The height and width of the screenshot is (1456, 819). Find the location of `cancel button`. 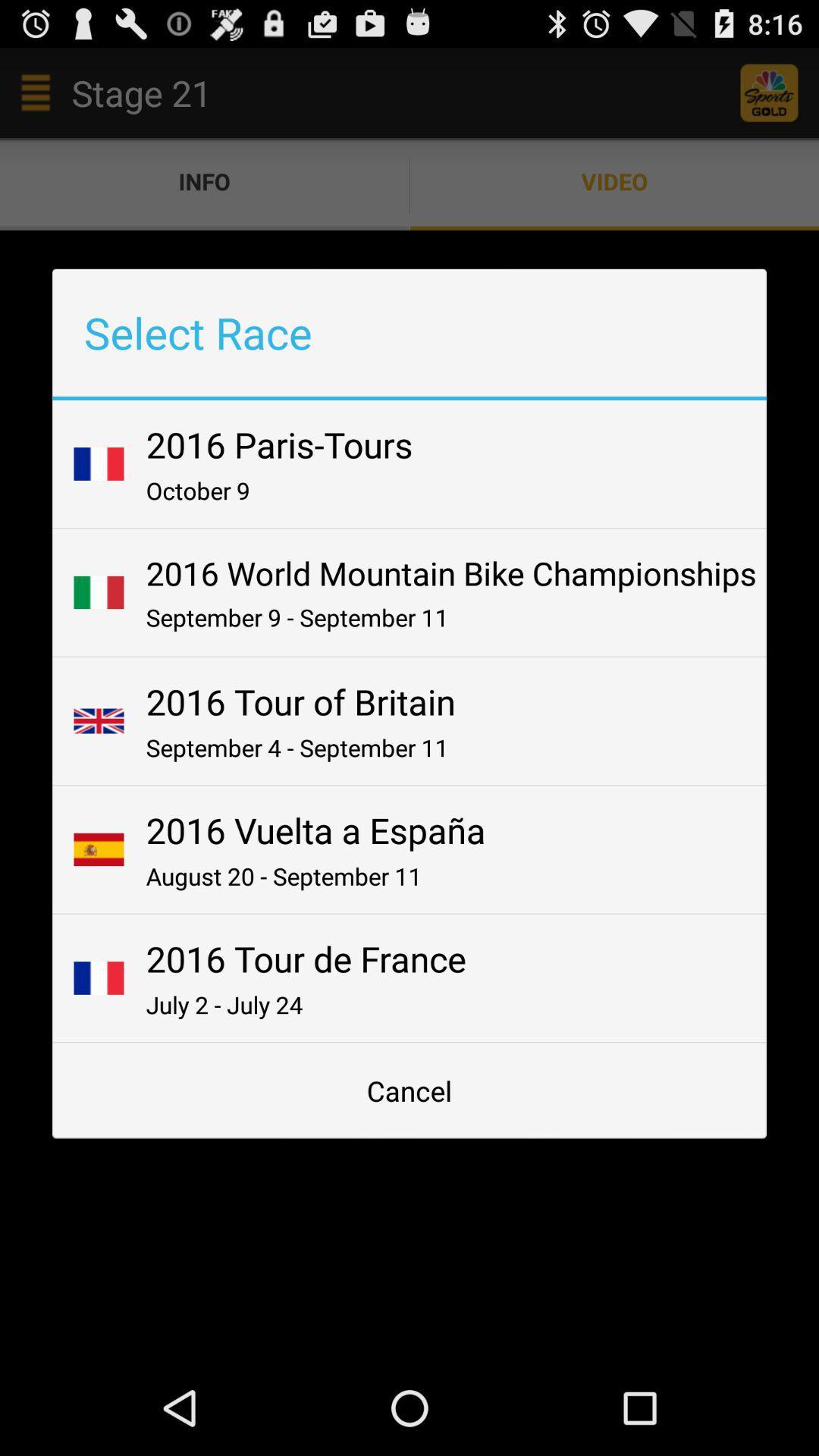

cancel button is located at coordinates (409, 1090).